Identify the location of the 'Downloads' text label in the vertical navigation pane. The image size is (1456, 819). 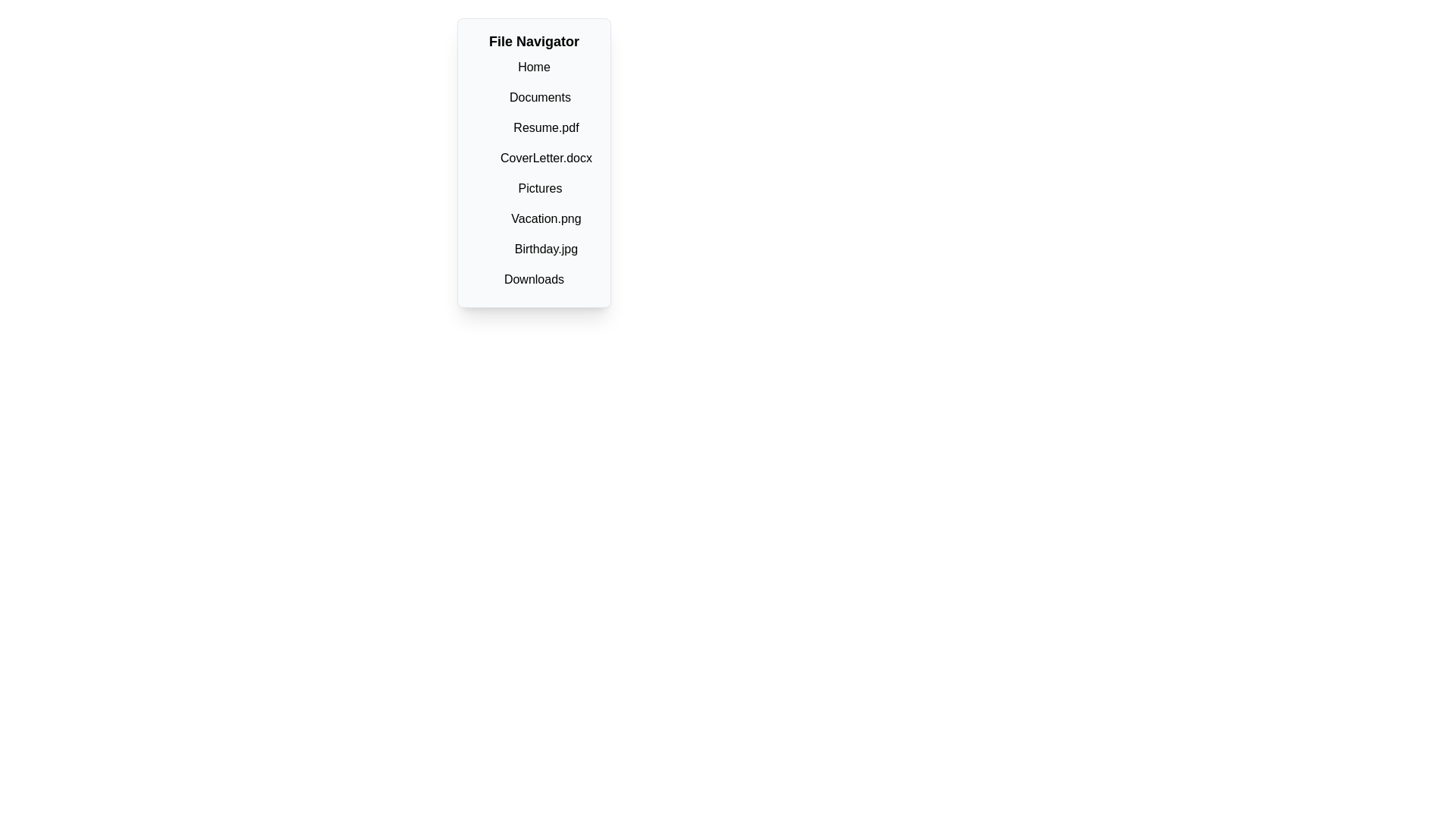
(534, 279).